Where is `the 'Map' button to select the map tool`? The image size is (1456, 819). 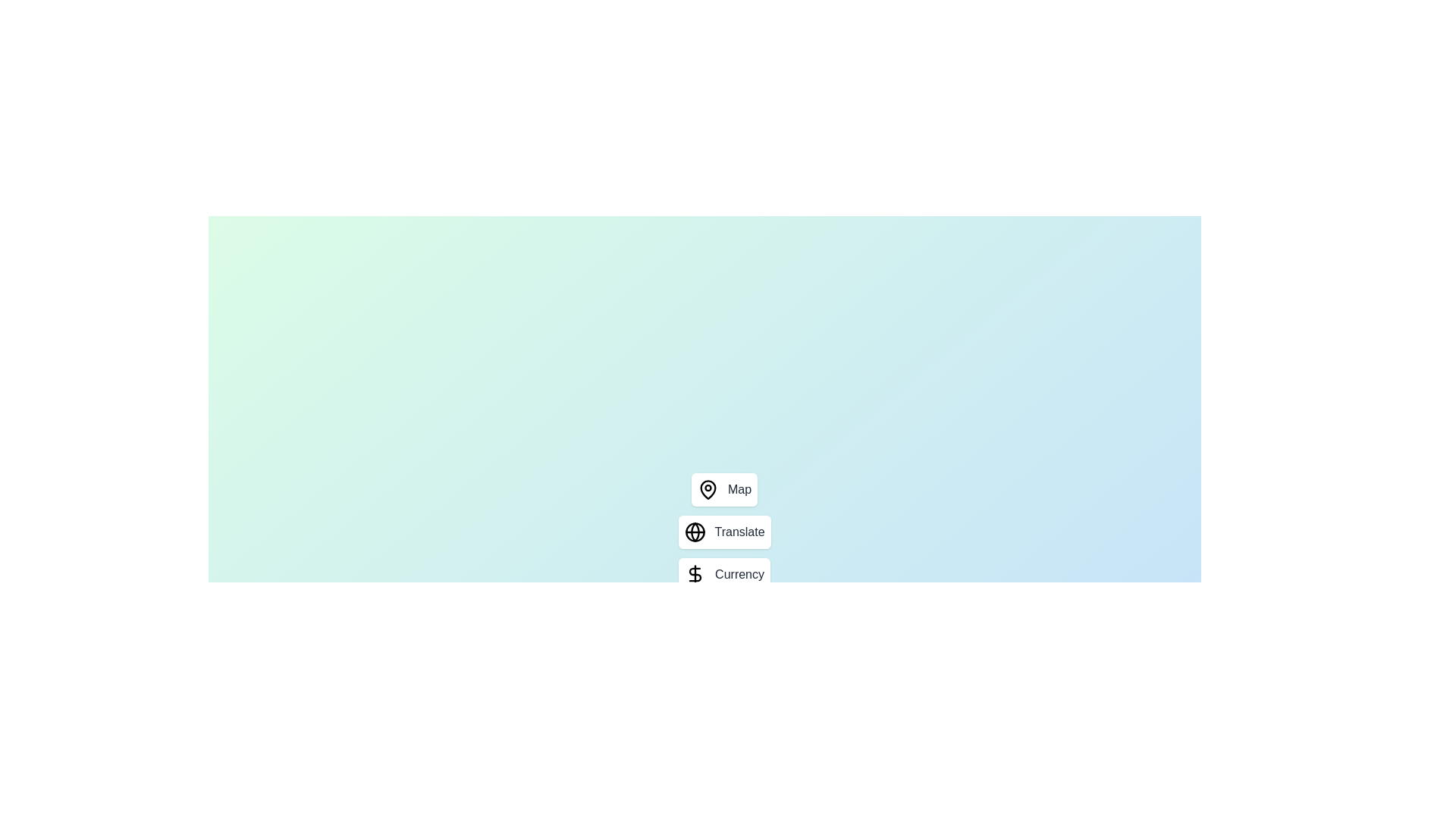 the 'Map' button to select the map tool is located at coordinates (723, 489).